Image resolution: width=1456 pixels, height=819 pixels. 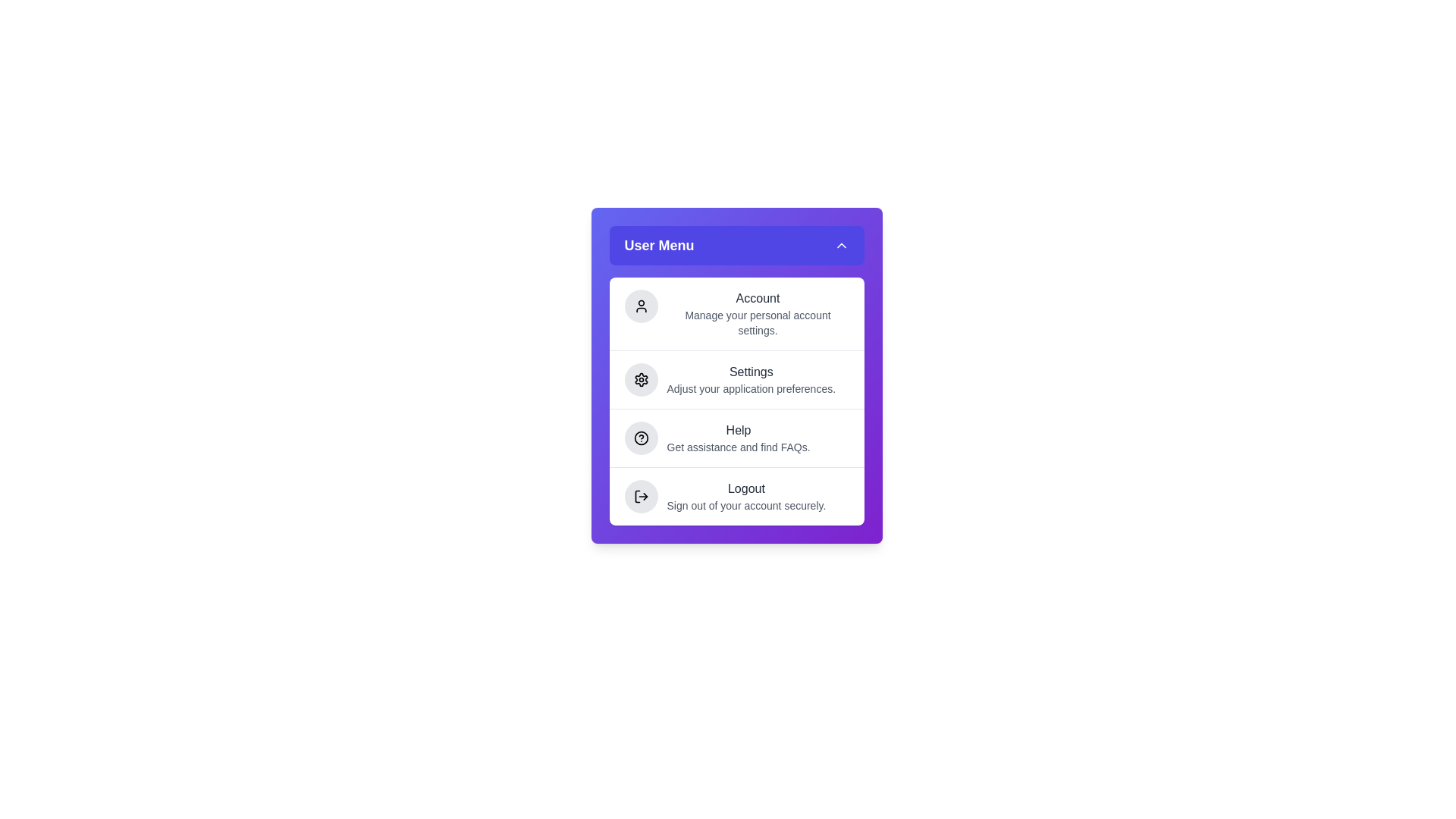 I want to click on the menu item Help to view its highlight effect, so click(x=736, y=438).